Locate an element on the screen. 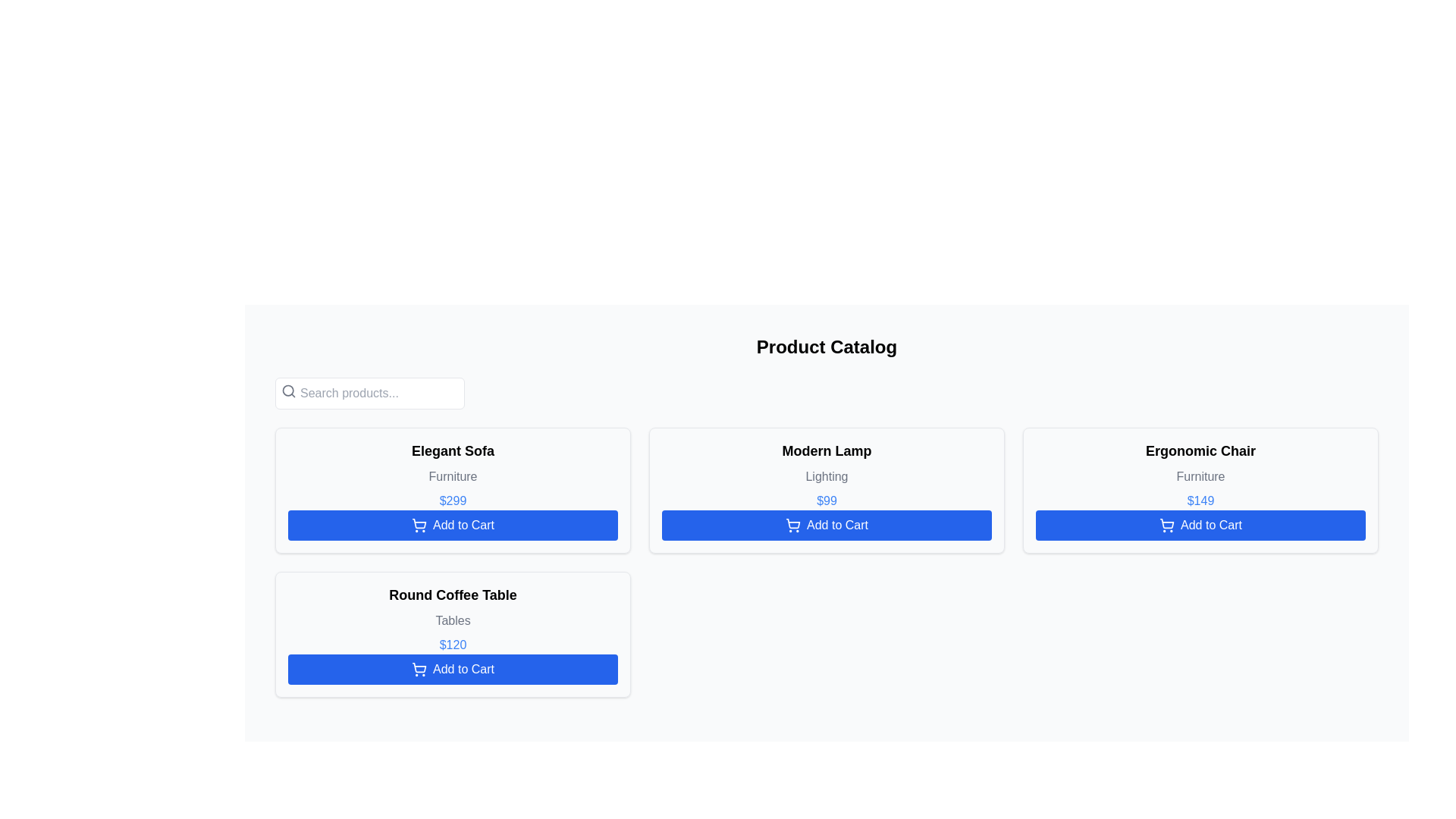 The height and width of the screenshot is (819, 1456). the 'Add to Cart' button on the product card located at the first position in the first row of the shopping interface is located at coordinates (452, 491).